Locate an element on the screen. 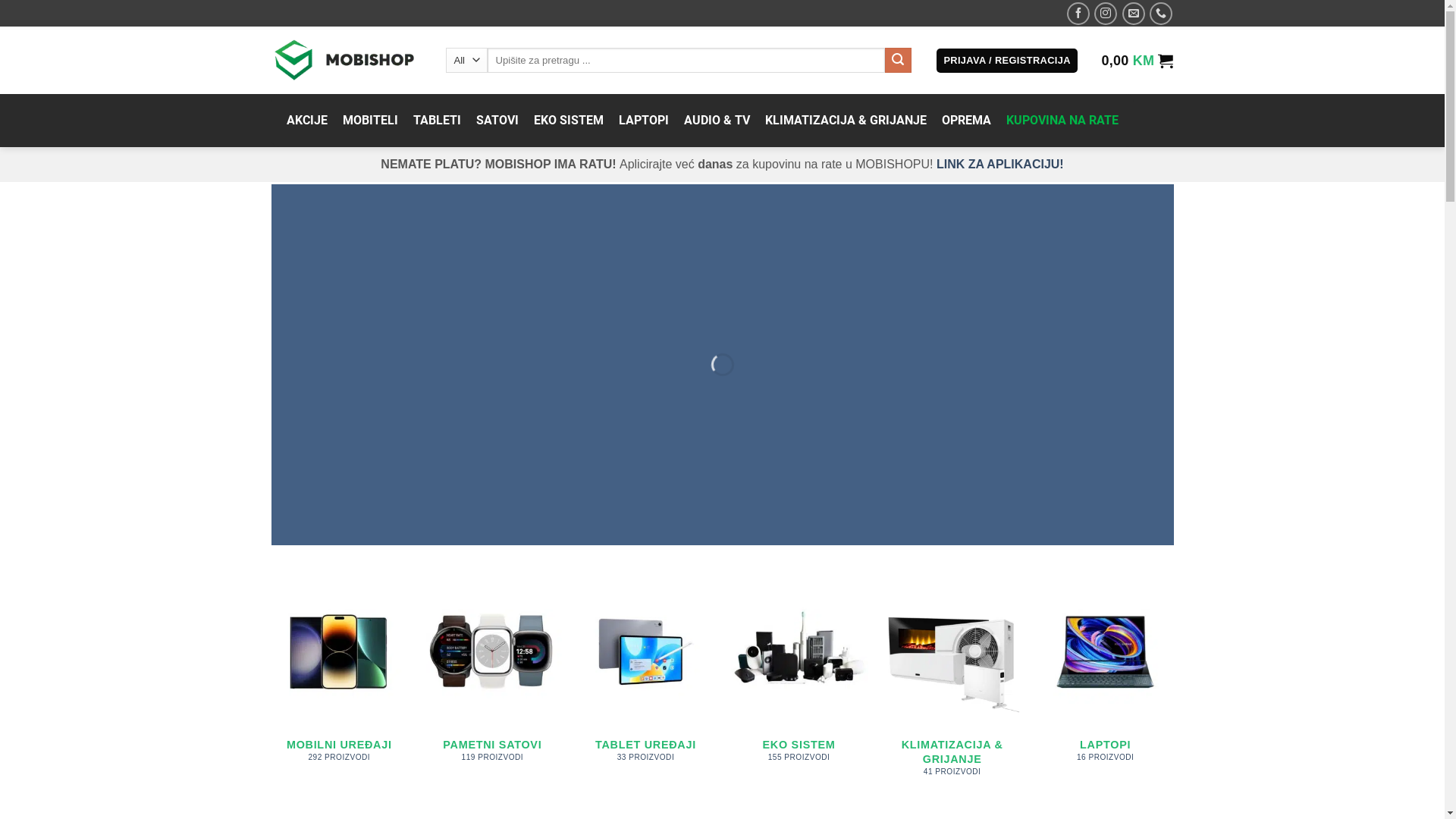 The height and width of the screenshot is (819, 1456). 'AUDIO & TV' is located at coordinates (716, 119).